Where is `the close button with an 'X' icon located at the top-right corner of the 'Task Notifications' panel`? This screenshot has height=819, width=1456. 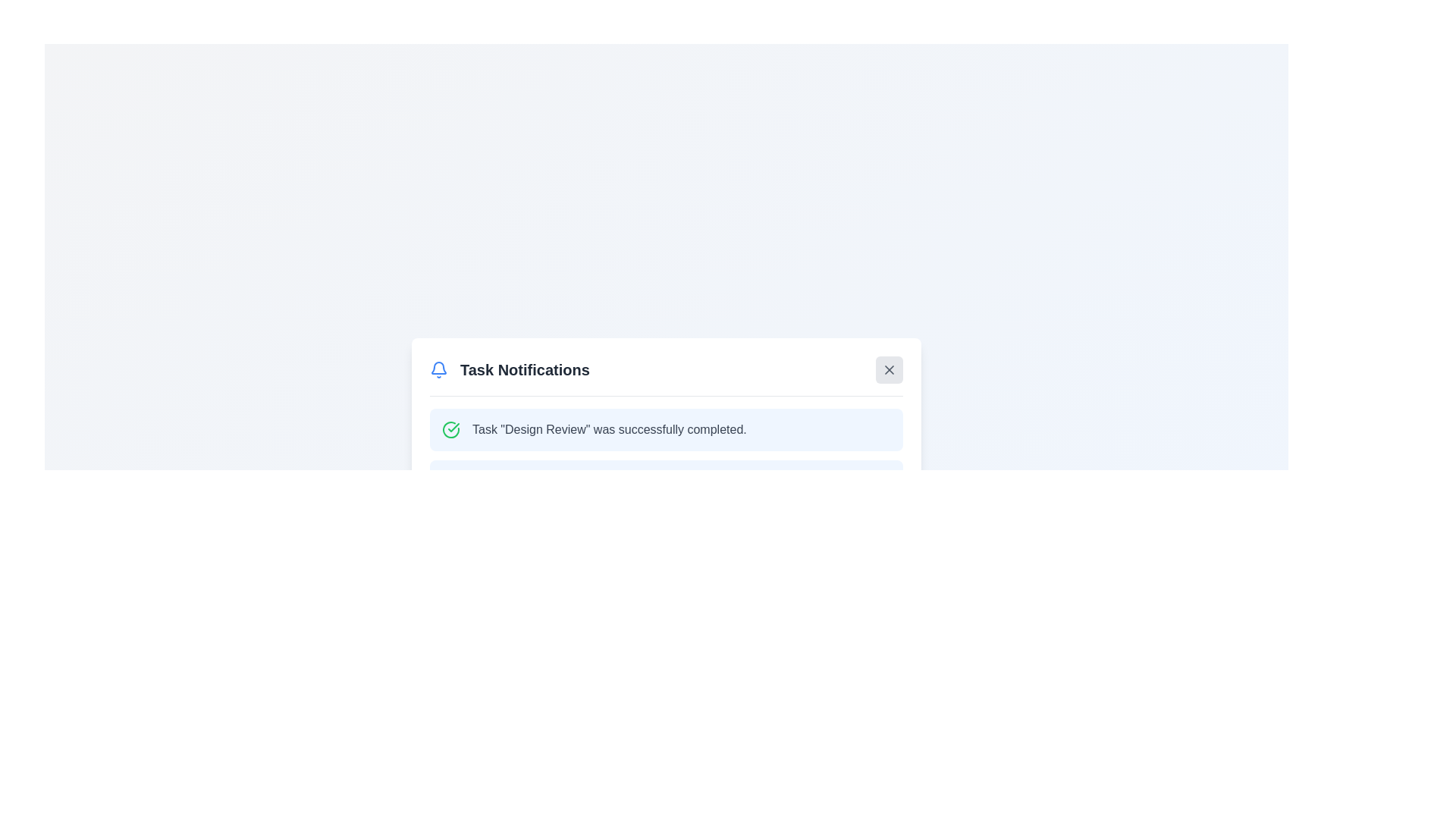 the close button with an 'X' icon located at the top-right corner of the 'Task Notifications' panel is located at coordinates (889, 369).